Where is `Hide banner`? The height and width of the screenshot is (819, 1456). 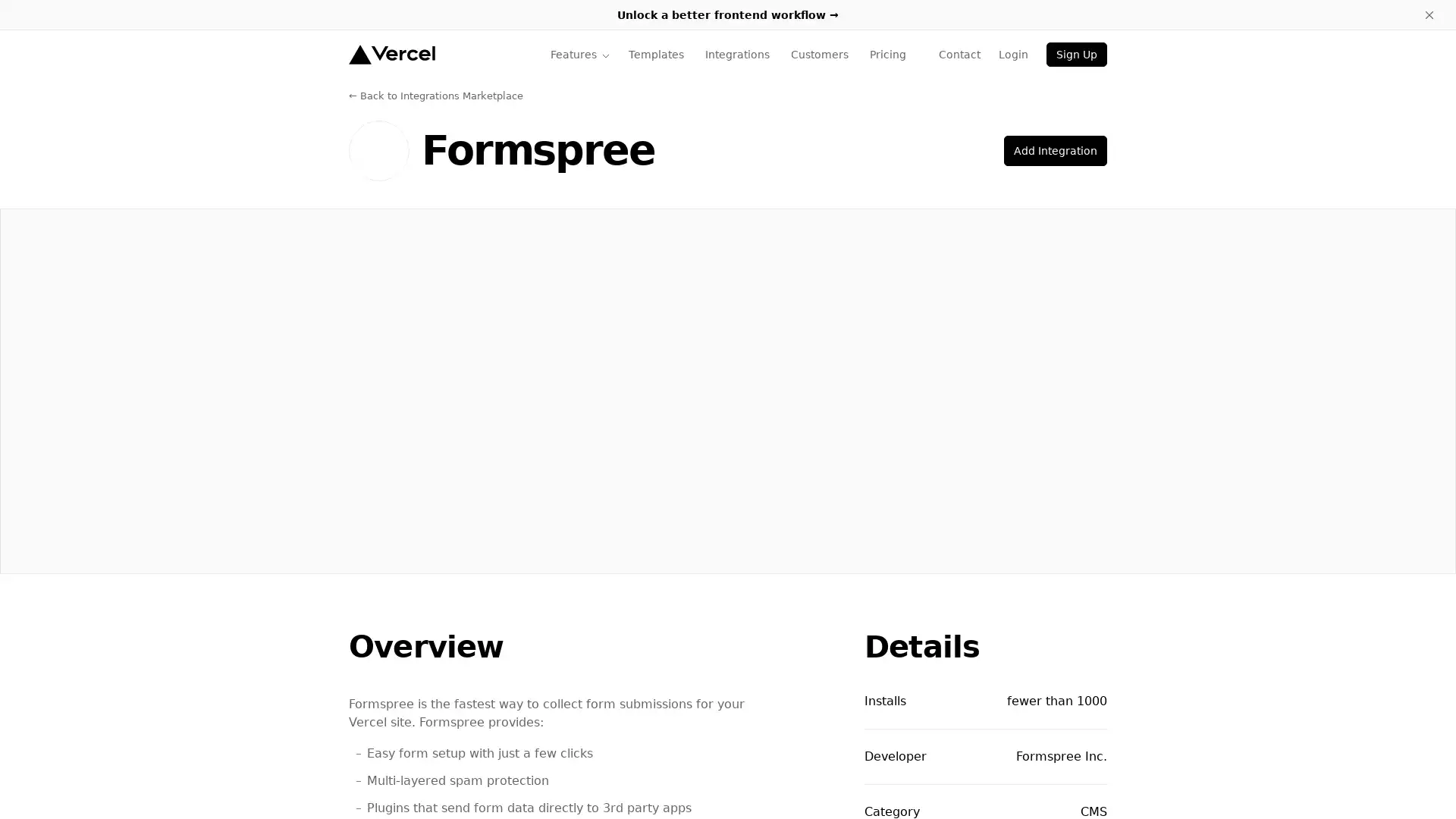 Hide banner is located at coordinates (1429, 14).